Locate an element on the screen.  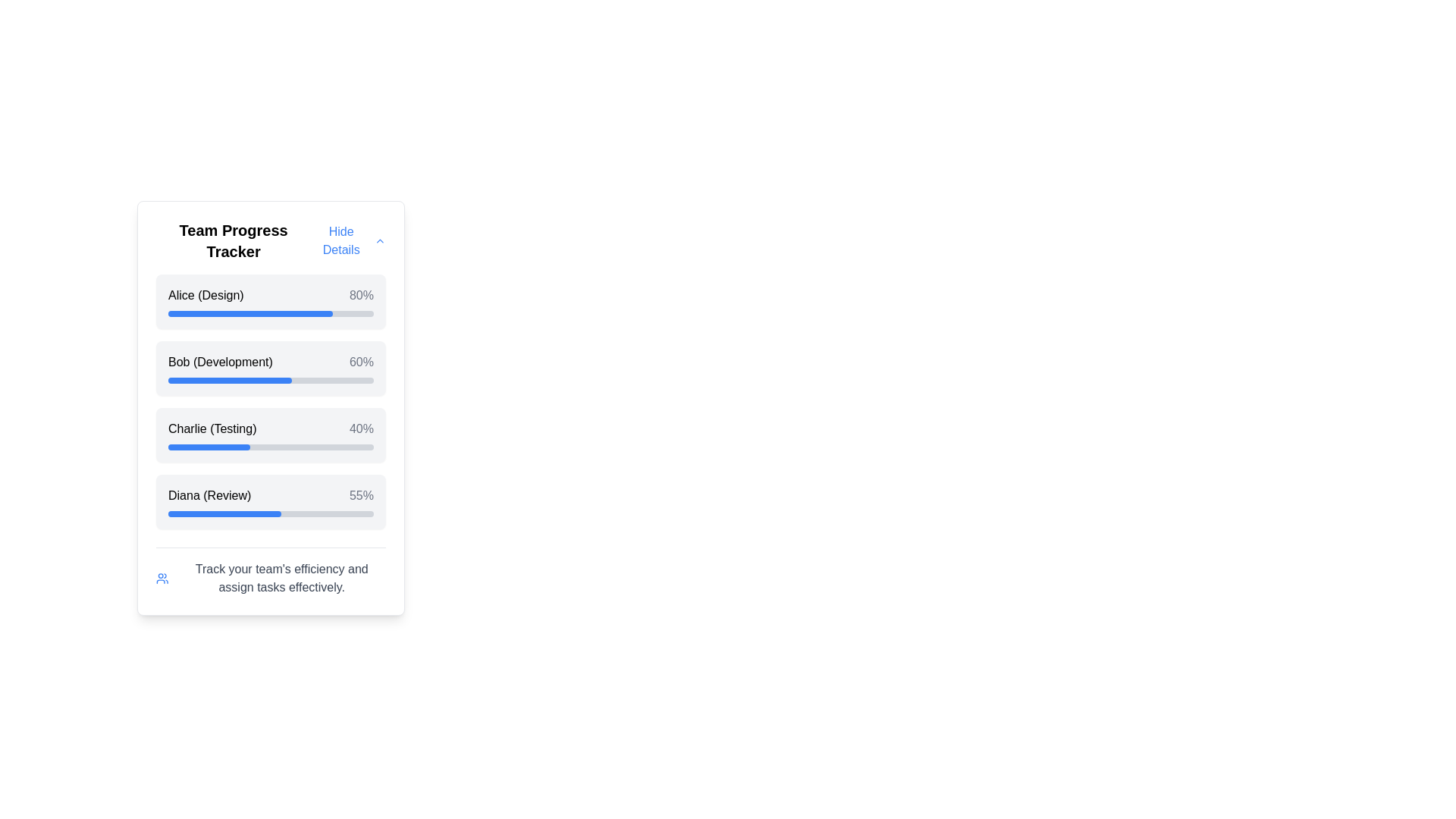
text in the Text with Icon element that features a blue 'users' illustration and the descriptive text: 'Track your team's efficiency and assign tasks effectively.' is located at coordinates (271, 579).